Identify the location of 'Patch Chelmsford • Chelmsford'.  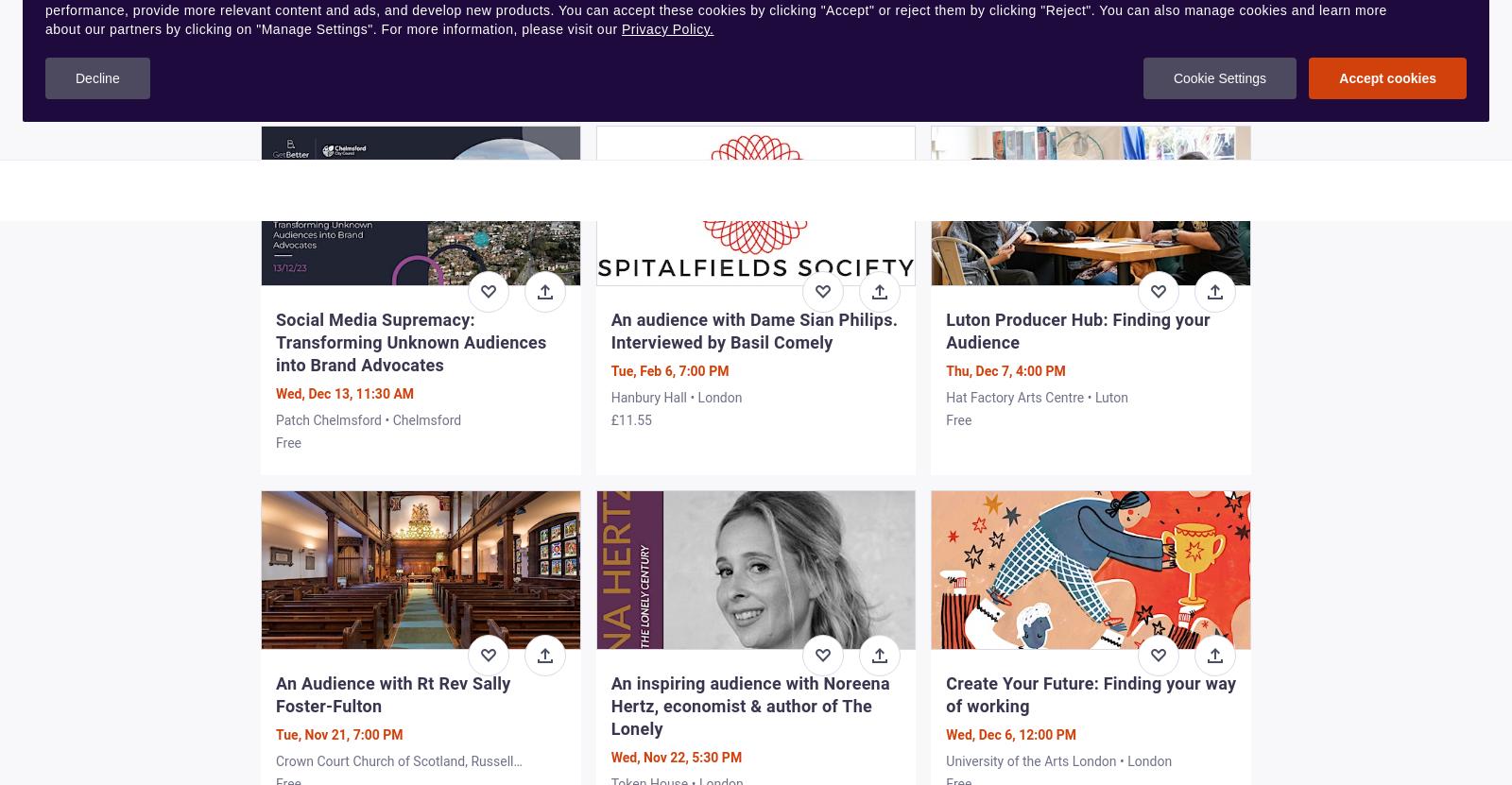
(368, 418).